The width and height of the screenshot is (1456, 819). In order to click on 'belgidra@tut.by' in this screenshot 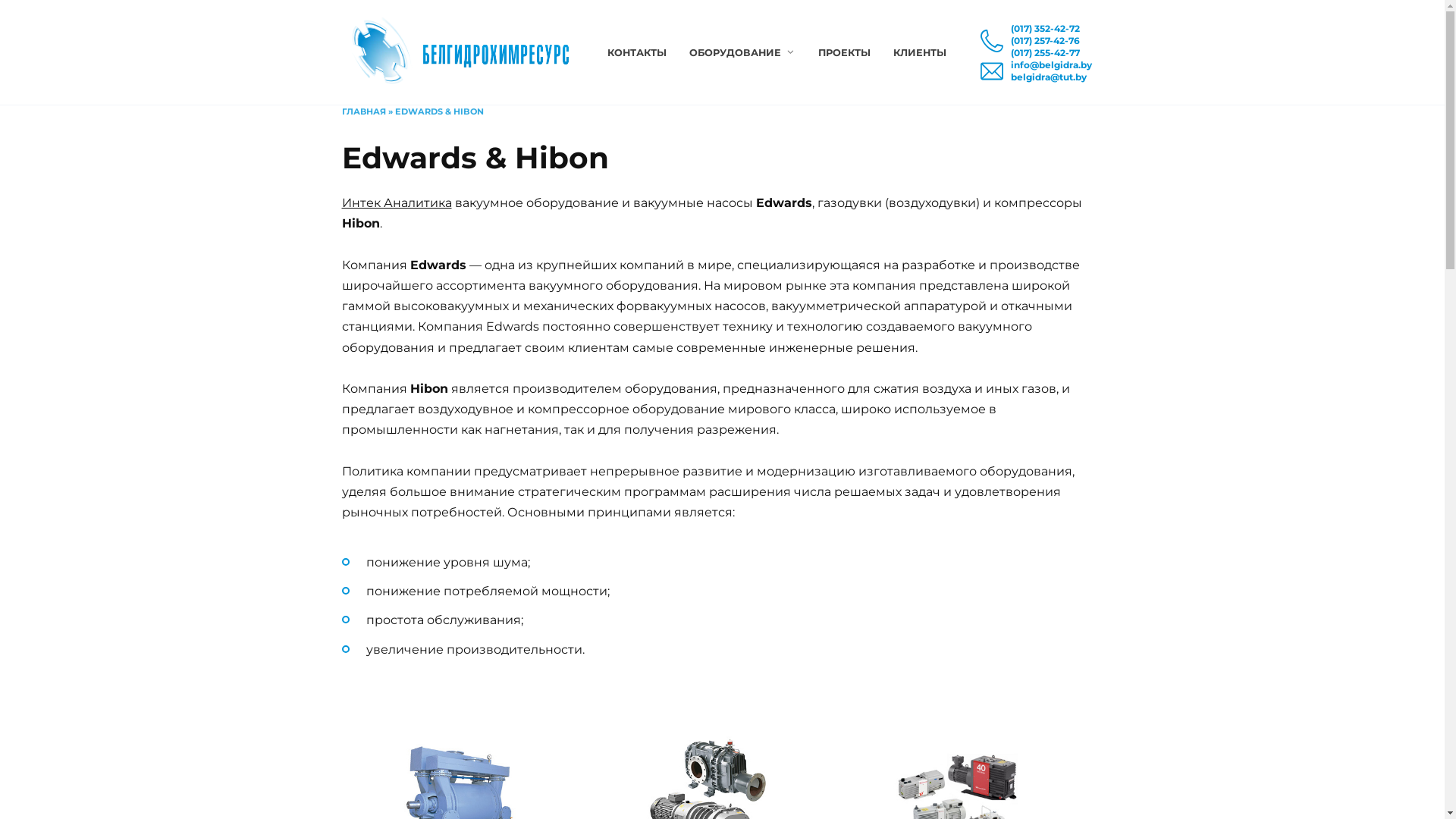, I will do `click(1050, 77)`.